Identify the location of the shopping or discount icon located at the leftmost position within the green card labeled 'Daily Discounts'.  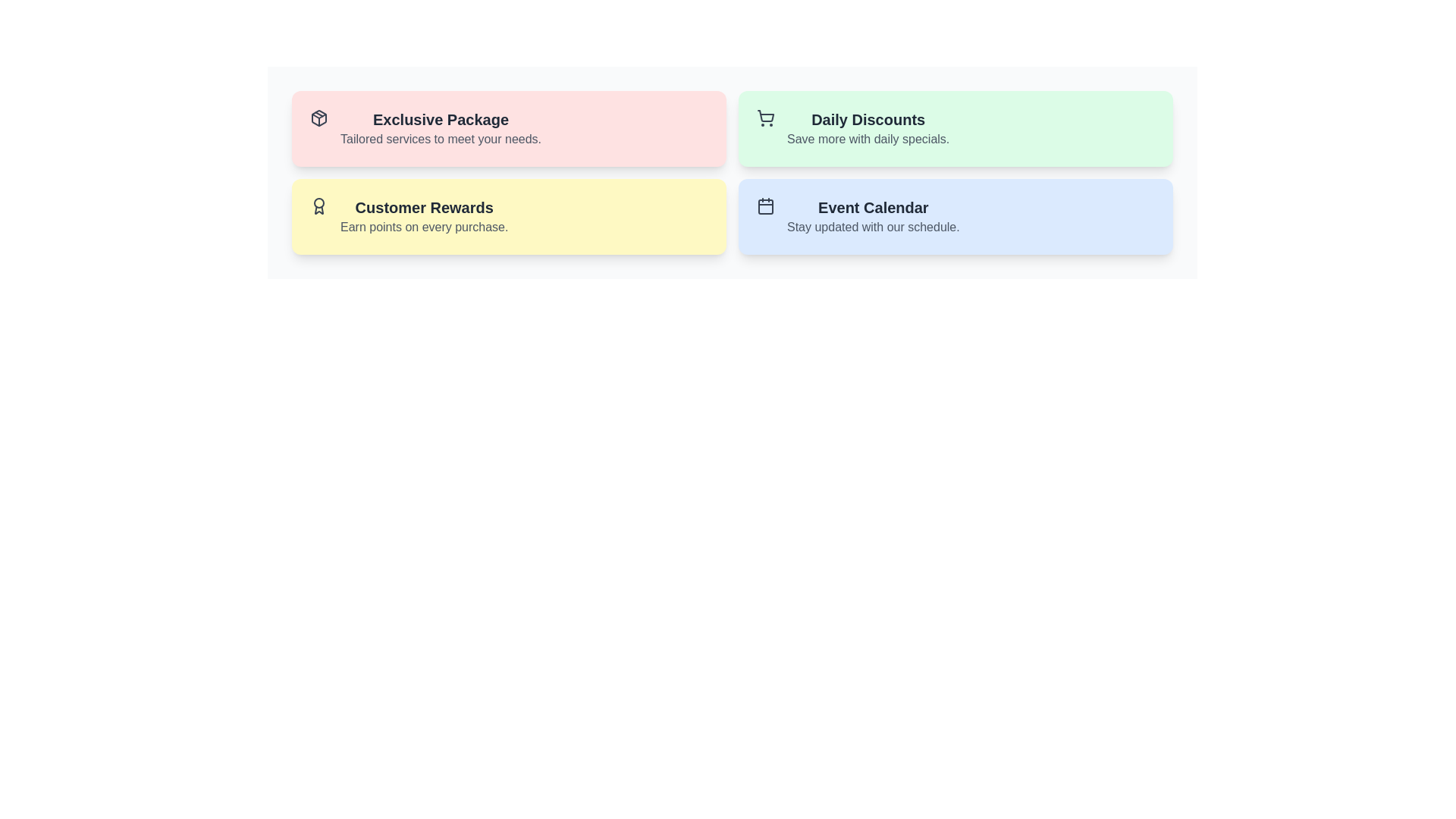
(765, 117).